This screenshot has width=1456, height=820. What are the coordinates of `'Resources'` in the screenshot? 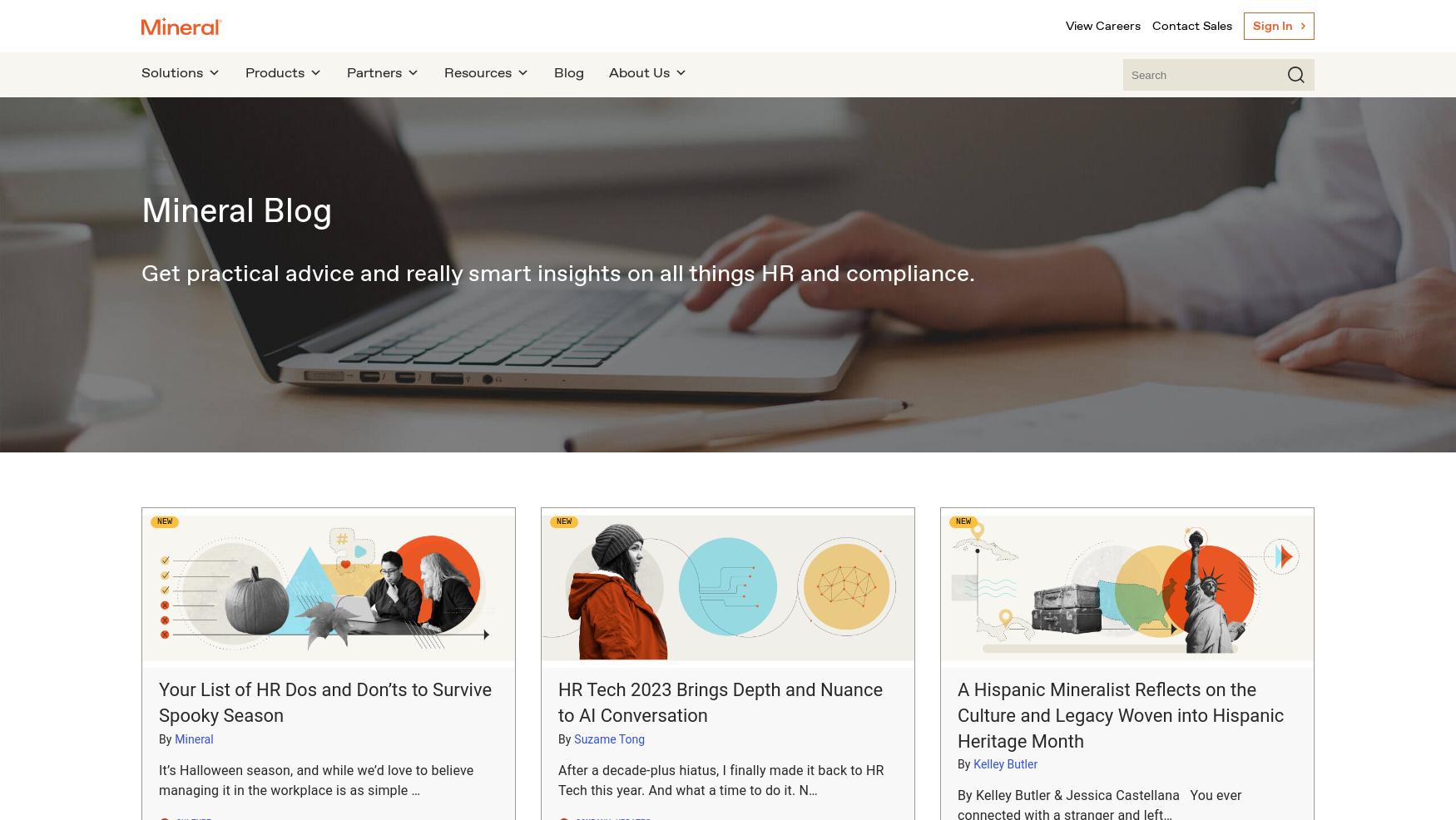 It's located at (478, 72).